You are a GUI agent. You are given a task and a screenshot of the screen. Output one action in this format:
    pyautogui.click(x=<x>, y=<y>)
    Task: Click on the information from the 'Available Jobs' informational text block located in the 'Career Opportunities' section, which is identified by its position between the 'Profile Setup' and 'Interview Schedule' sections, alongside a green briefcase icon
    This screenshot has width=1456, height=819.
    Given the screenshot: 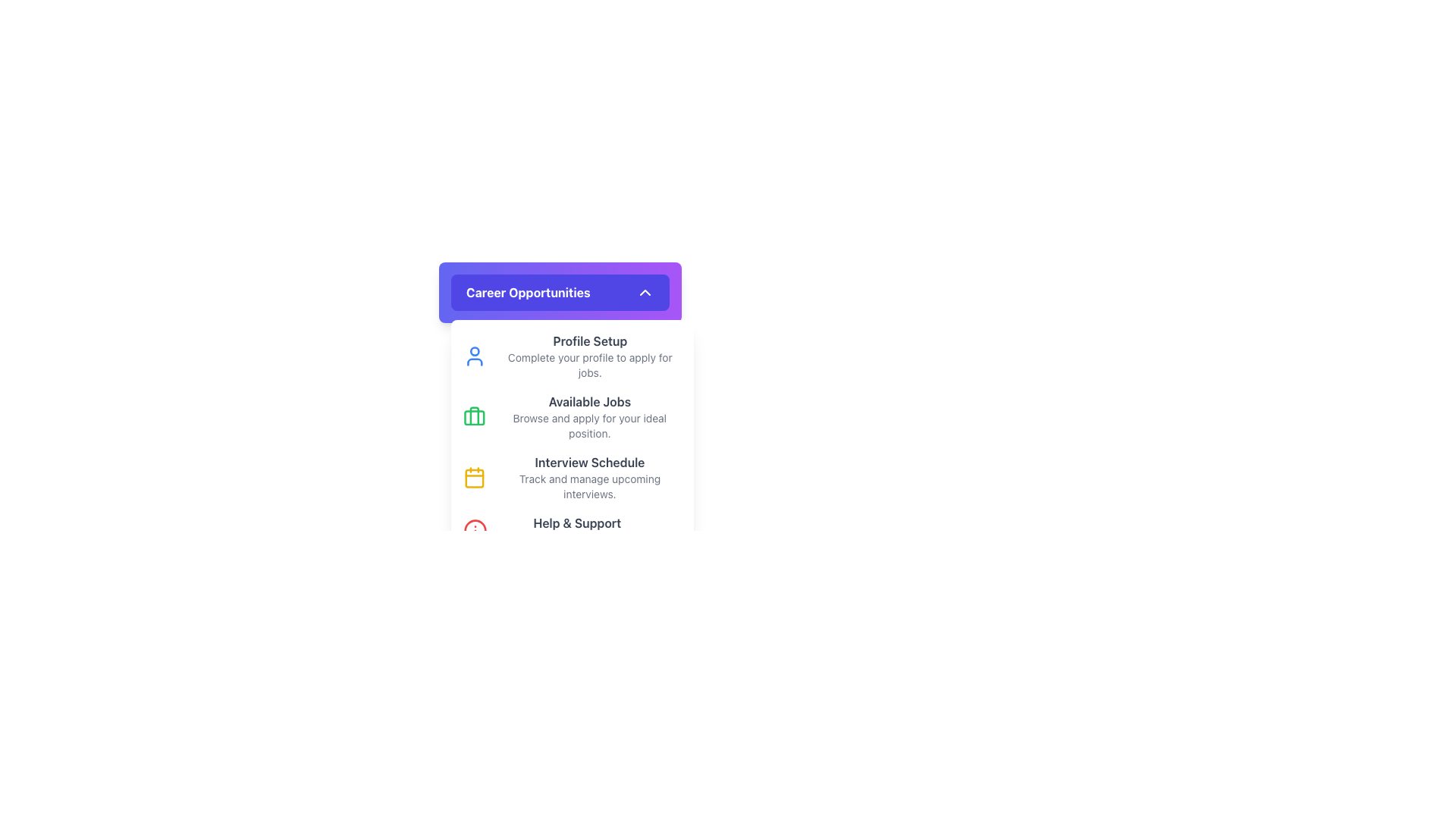 What is the action you would take?
    pyautogui.click(x=588, y=417)
    